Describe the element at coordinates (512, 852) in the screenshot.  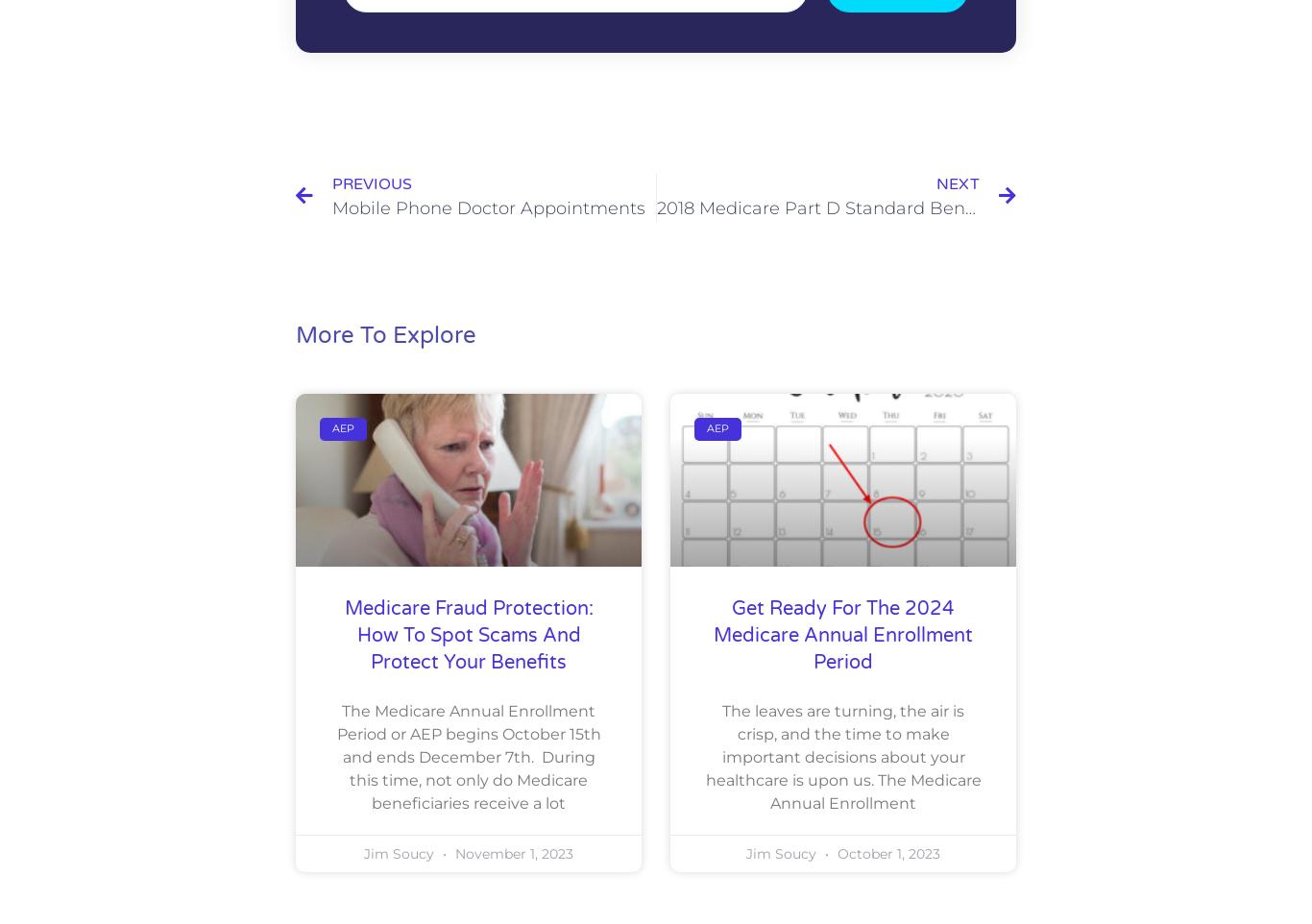
I see `'November 1, 2023'` at that location.